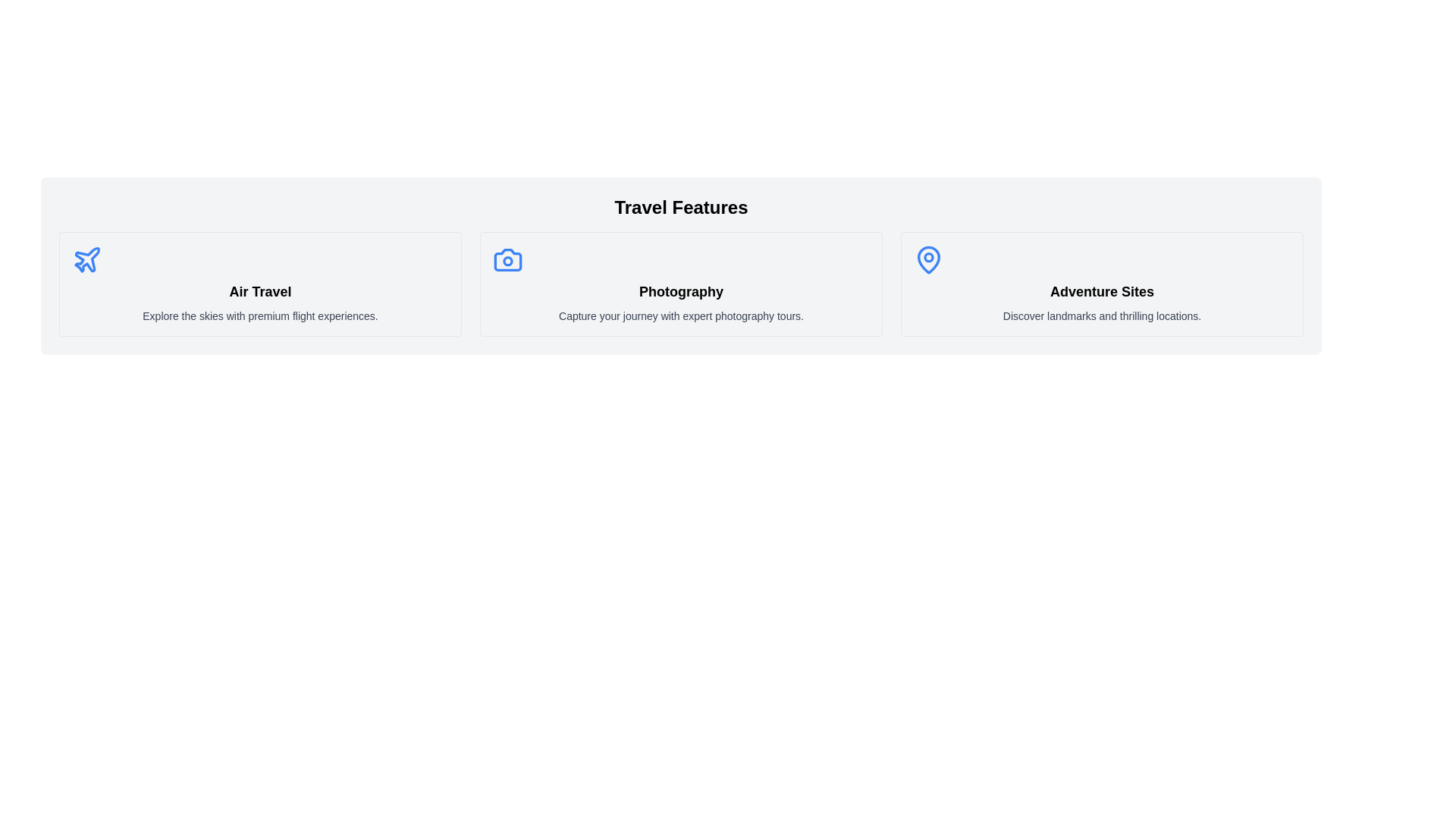 The height and width of the screenshot is (819, 1456). What do you see at coordinates (927, 256) in the screenshot?
I see `the circular part of the location pin icon in the 'Adventure Sites' card under the 'Travel Features' section` at bounding box center [927, 256].